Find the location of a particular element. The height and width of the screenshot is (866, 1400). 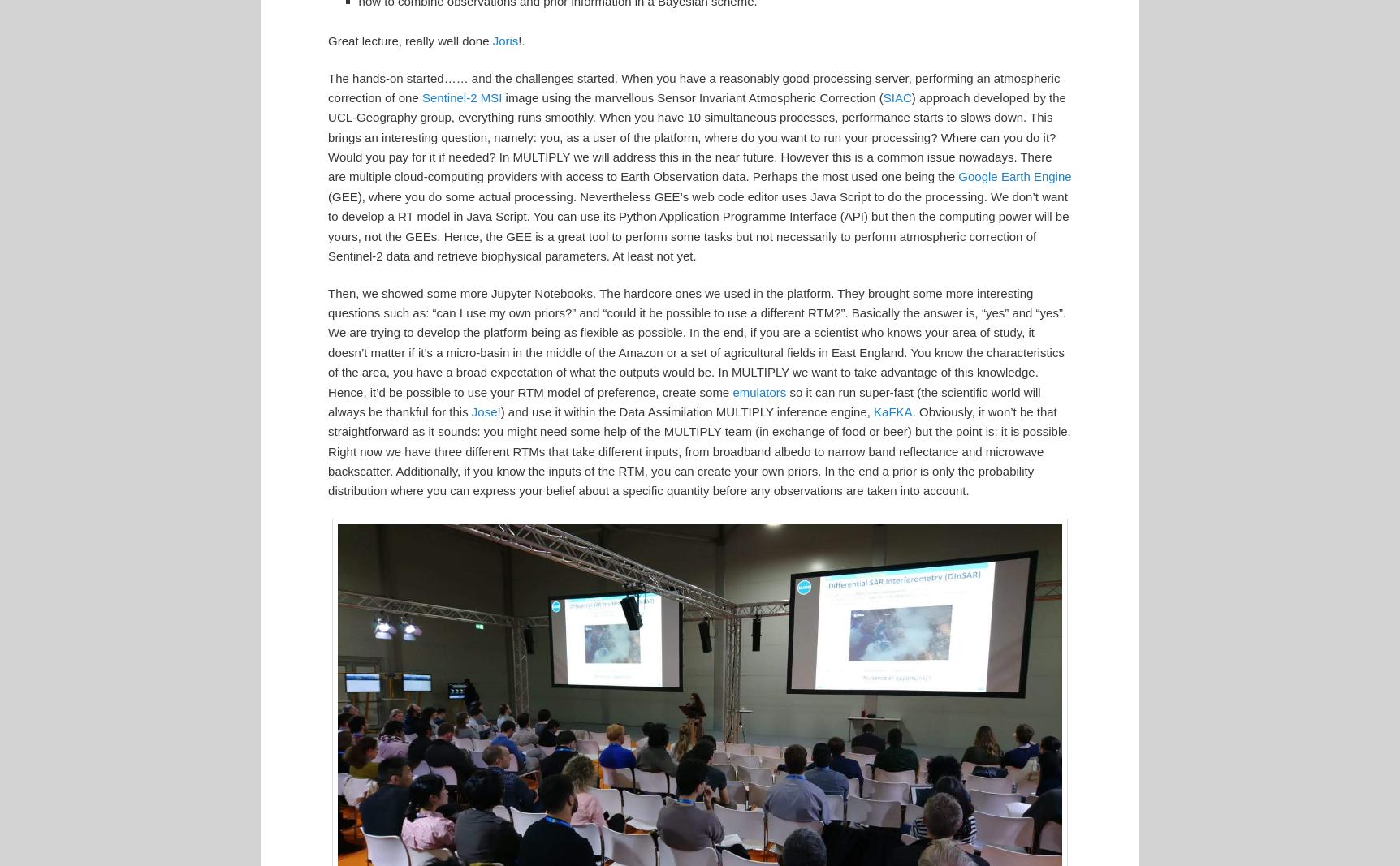

'image using the marvellous Sensor Invariant Atmospheric Correction (' is located at coordinates (691, 96).